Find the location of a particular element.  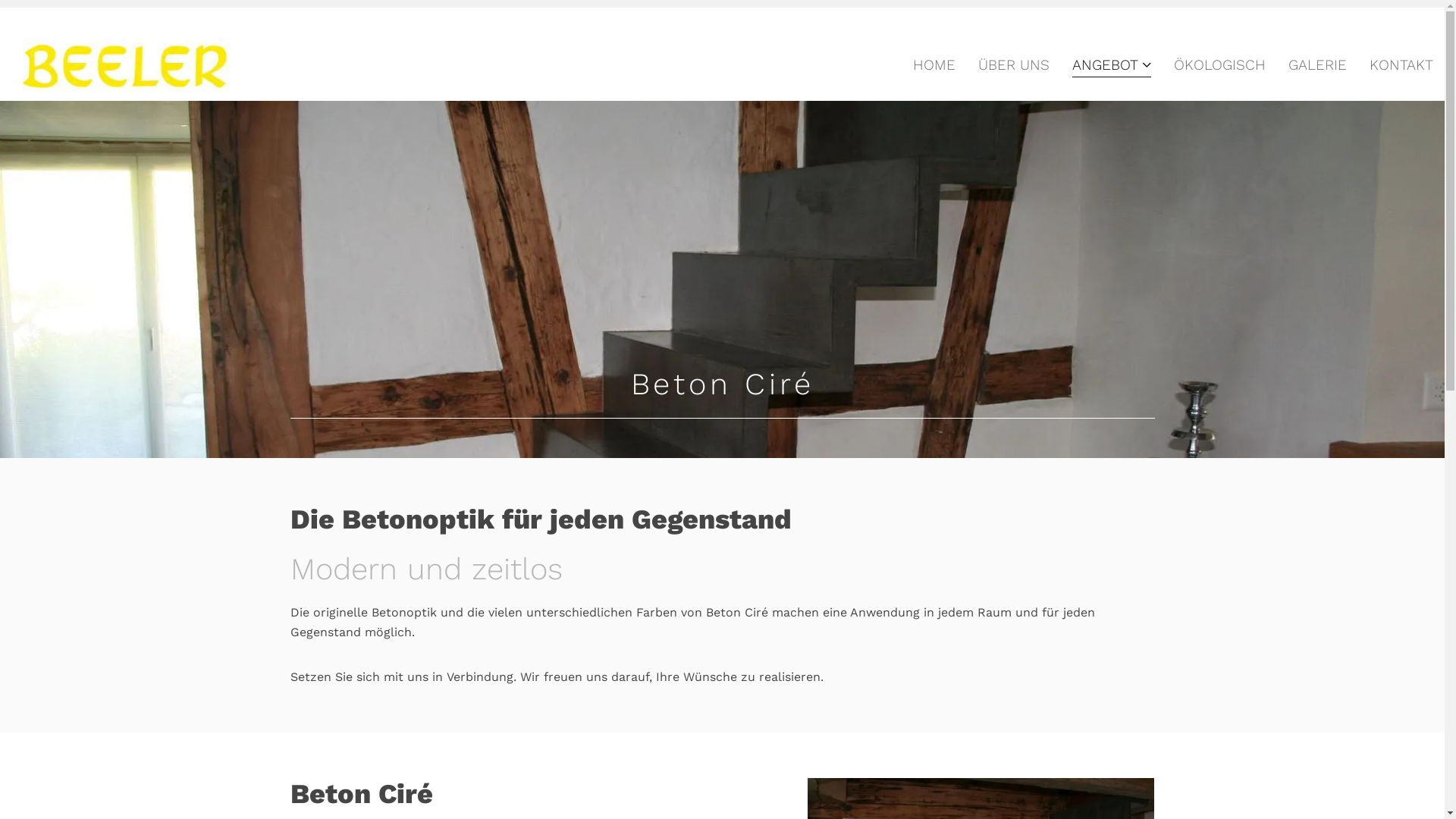

'Verbindung' is located at coordinates (479, 676).